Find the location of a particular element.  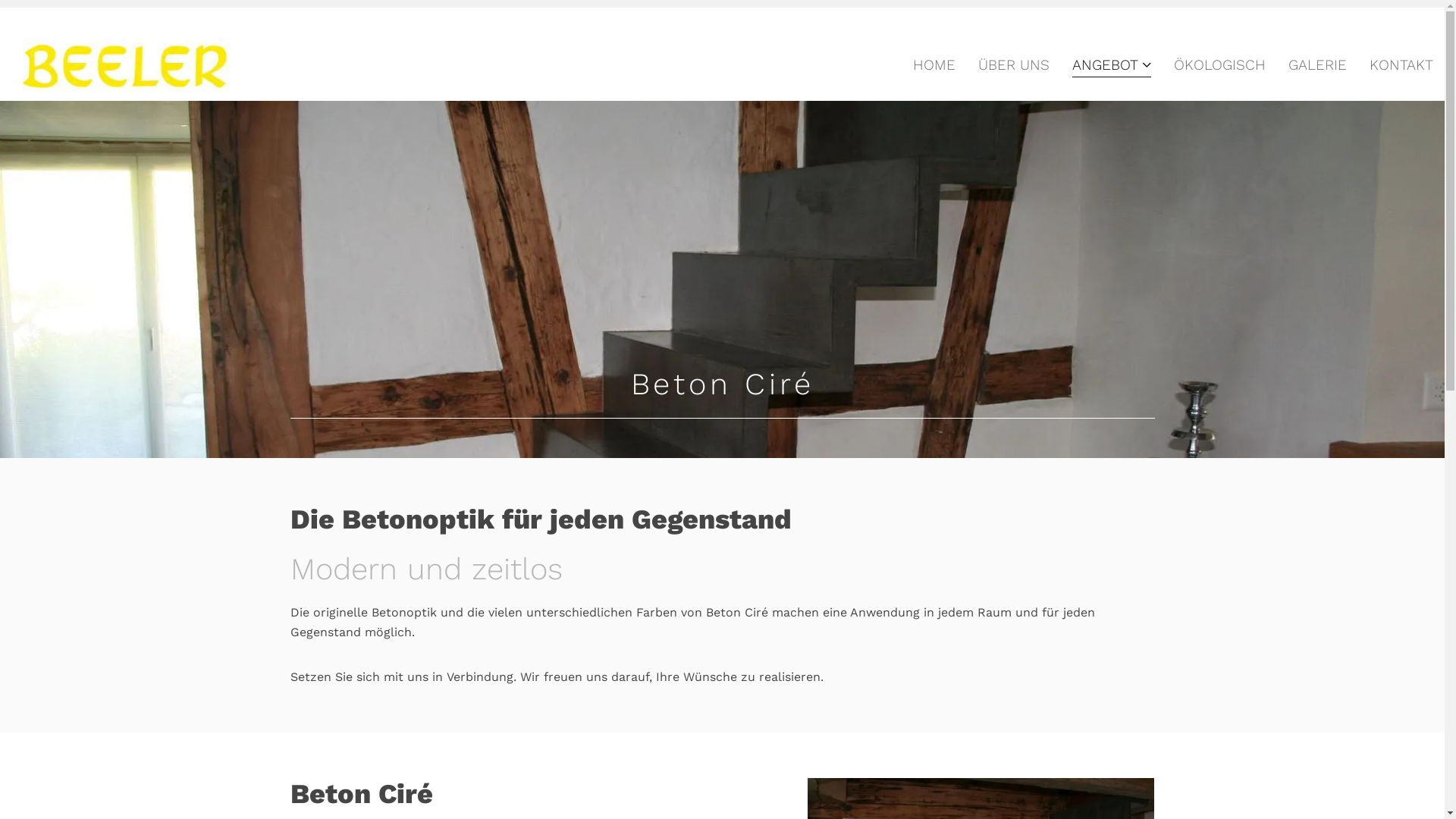

'Verbindung' is located at coordinates (479, 676).